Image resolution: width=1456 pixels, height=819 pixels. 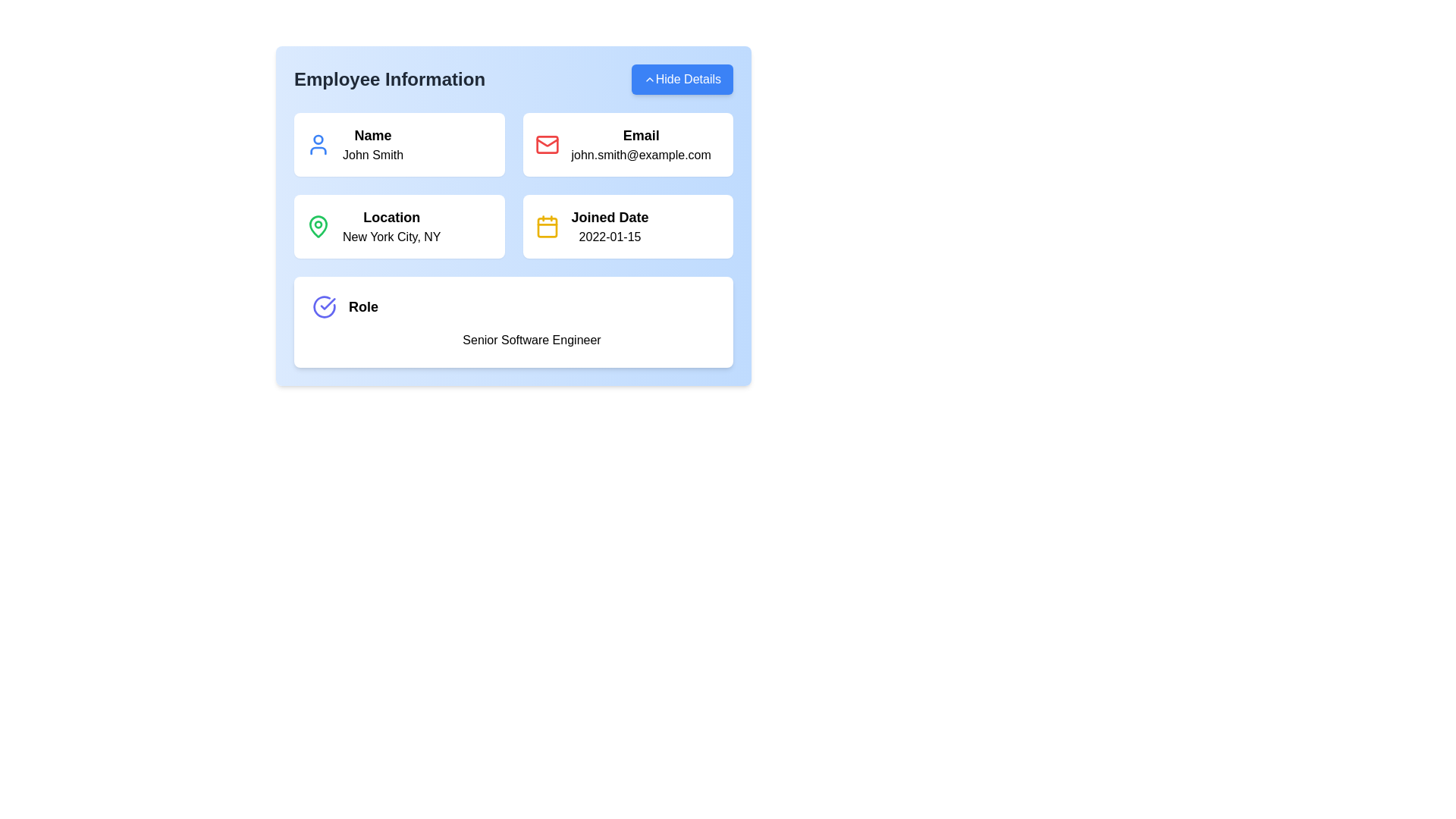 I want to click on the green location pin icon, specifically the outer curved portion of the pin body within the 'Location' box on the 'Employee Information' card, so click(x=318, y=225).